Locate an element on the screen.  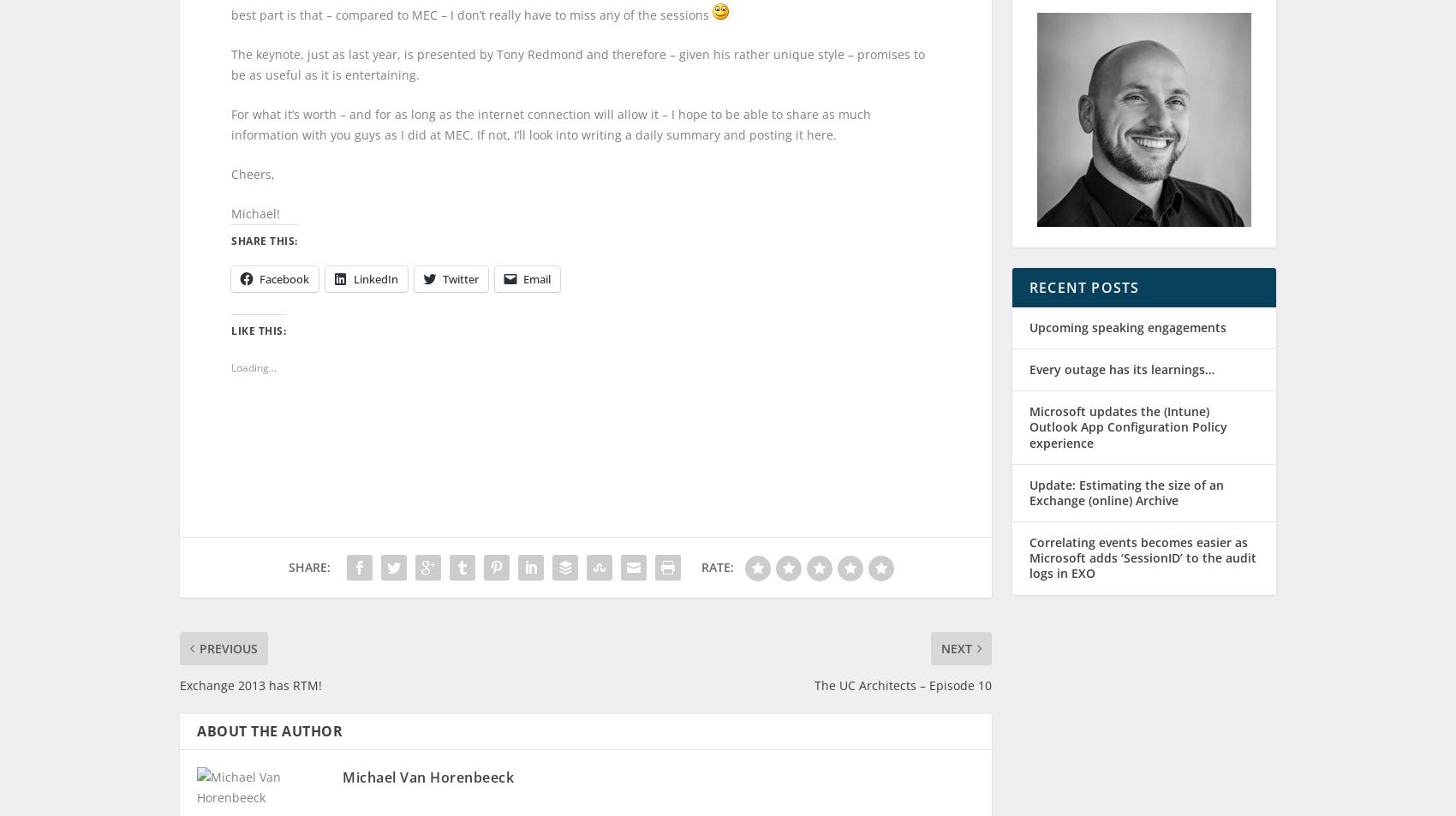
'Update: Estimating the size of an Exchange (online) Archive' is located at coordinates (1126, 508).